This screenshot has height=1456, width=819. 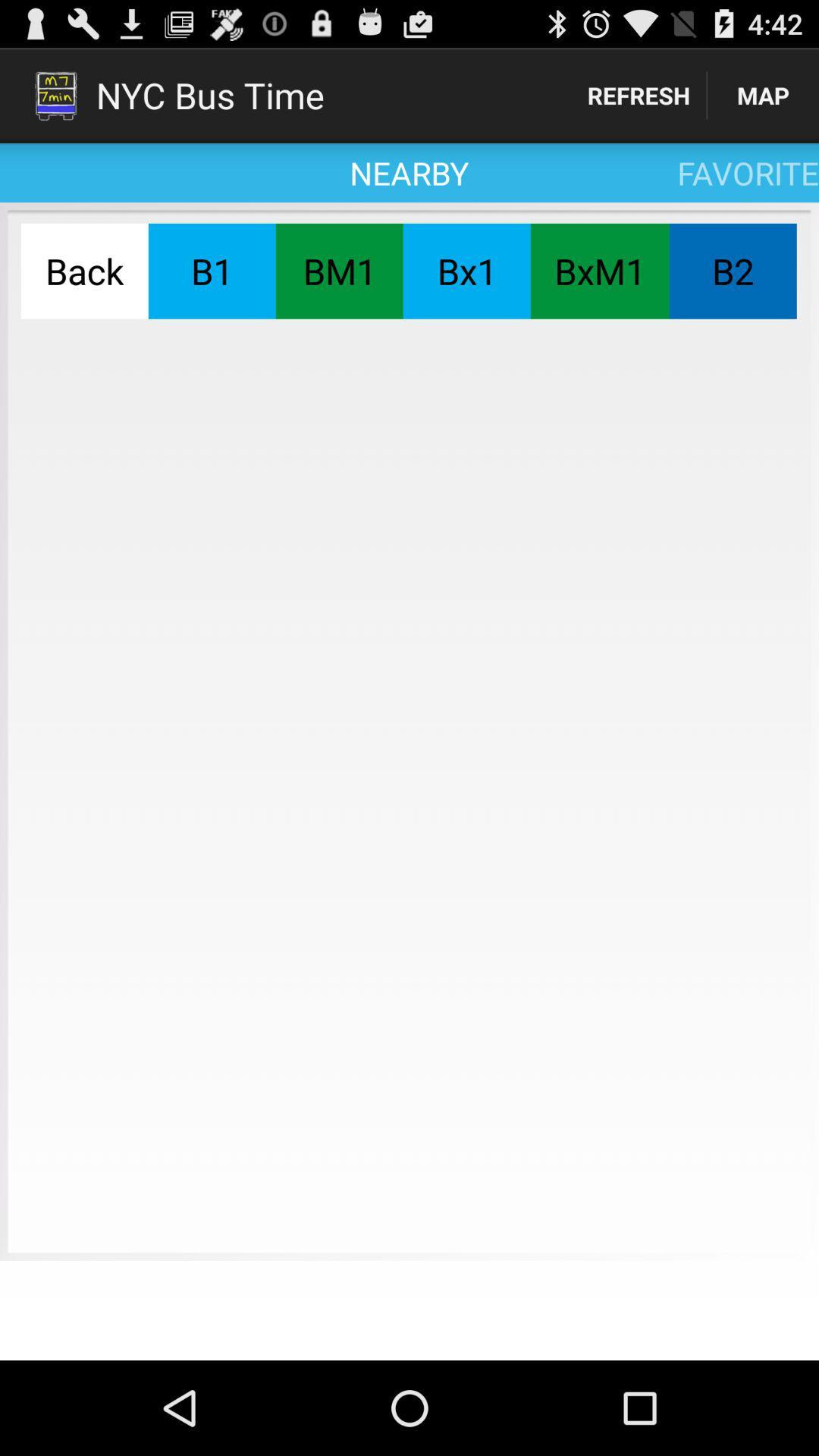 What do you see at coordinates (599, 271) in the screenshot?
I see `the icon below favorite icon` at bounding box center [599, 271].